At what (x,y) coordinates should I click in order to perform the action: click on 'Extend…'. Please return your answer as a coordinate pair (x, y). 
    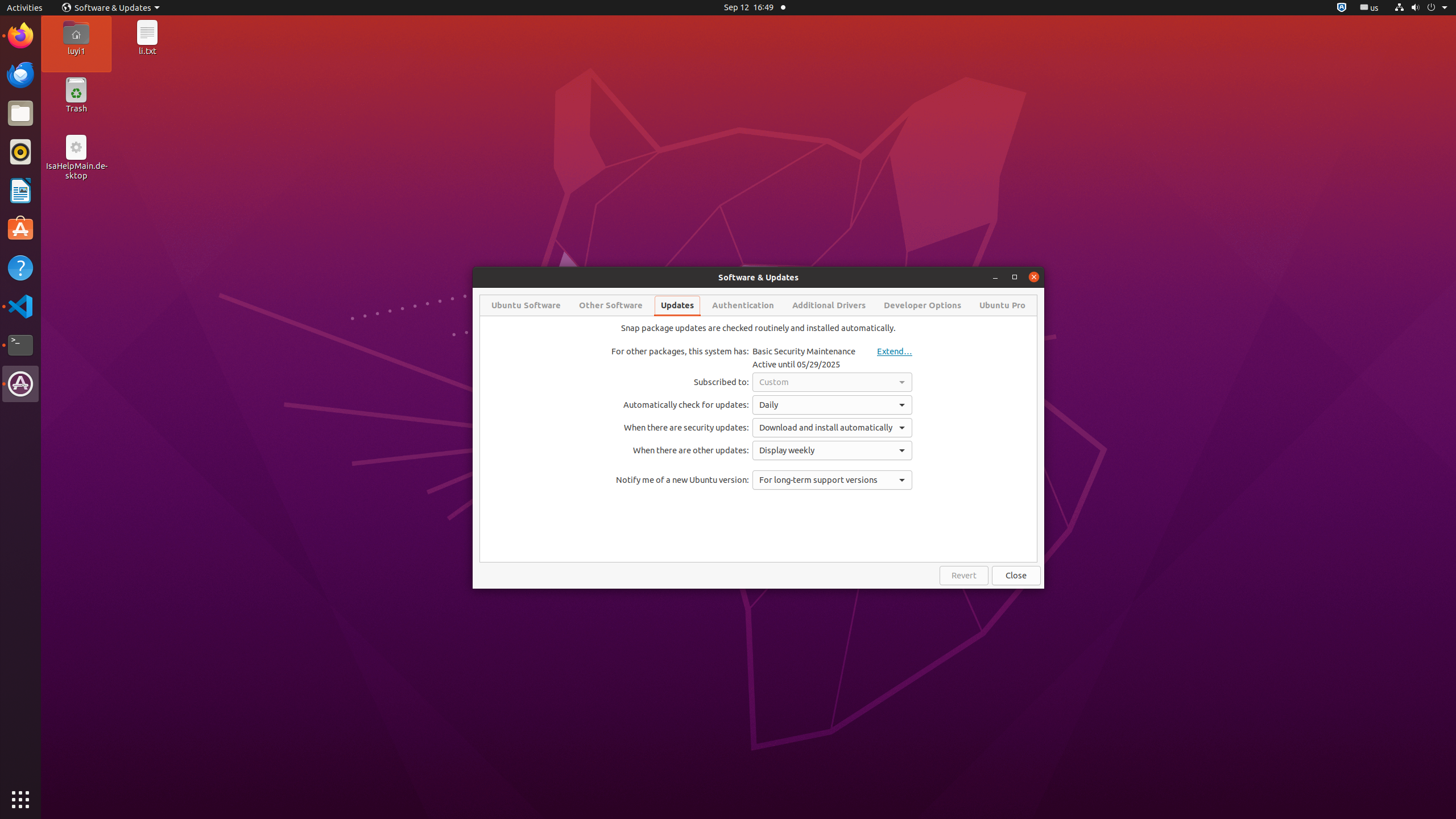
    Looking at the image, I should click on (885, 350).